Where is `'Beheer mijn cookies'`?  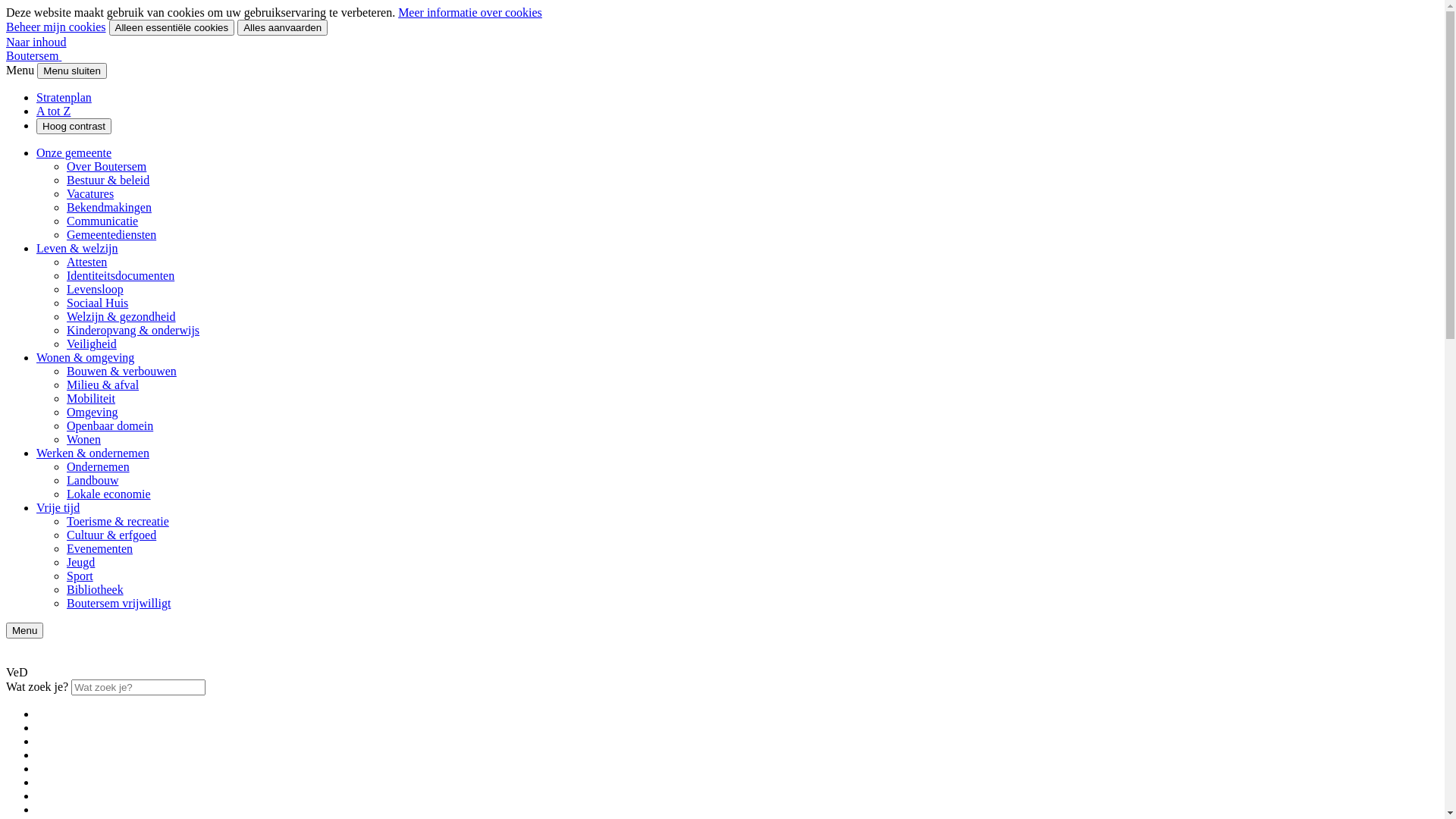
'Beheer mijn cookies' is located at coordinates (55, 27).